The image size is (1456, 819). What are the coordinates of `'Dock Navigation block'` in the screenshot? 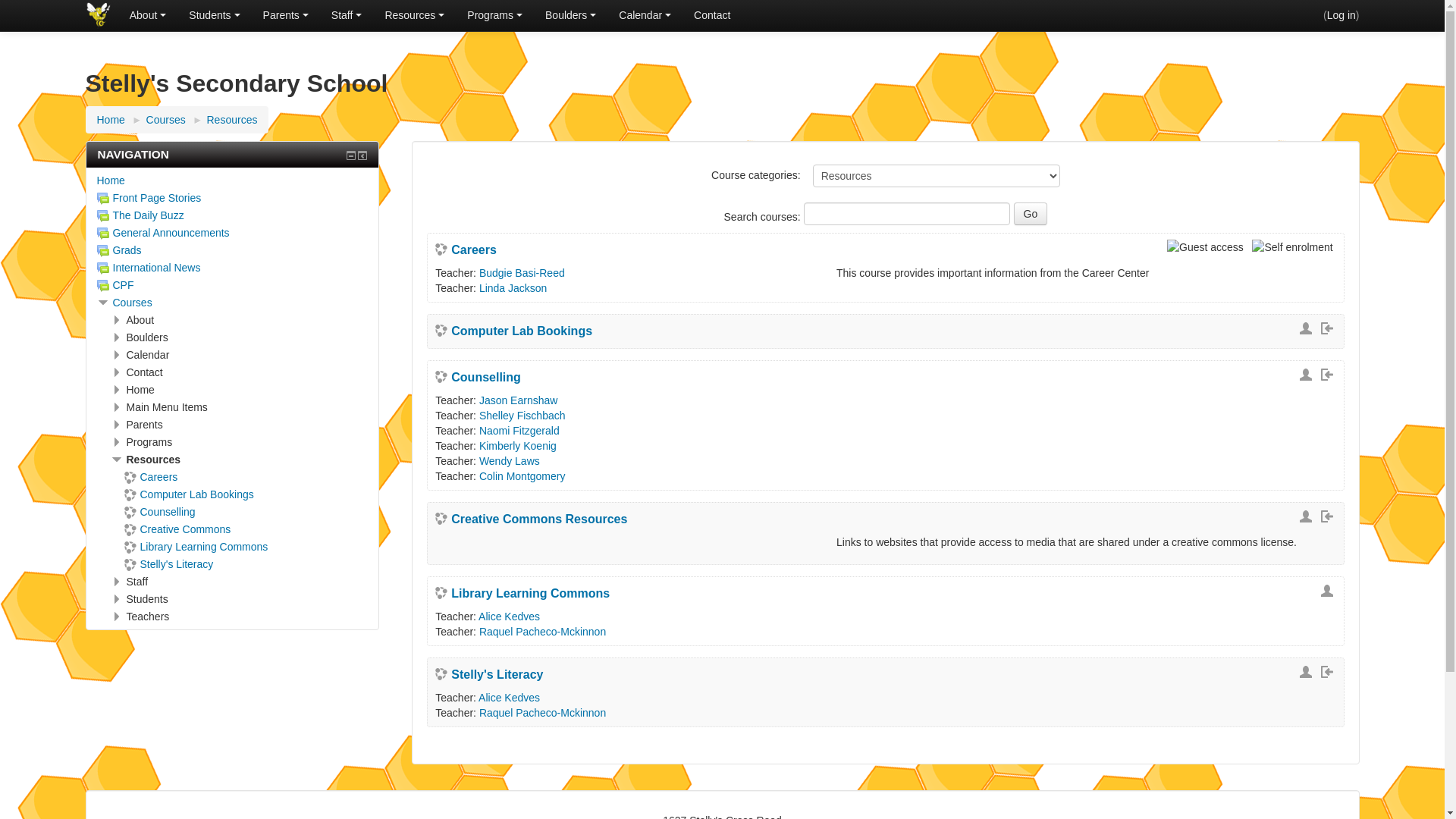 It's located at (362, 155).